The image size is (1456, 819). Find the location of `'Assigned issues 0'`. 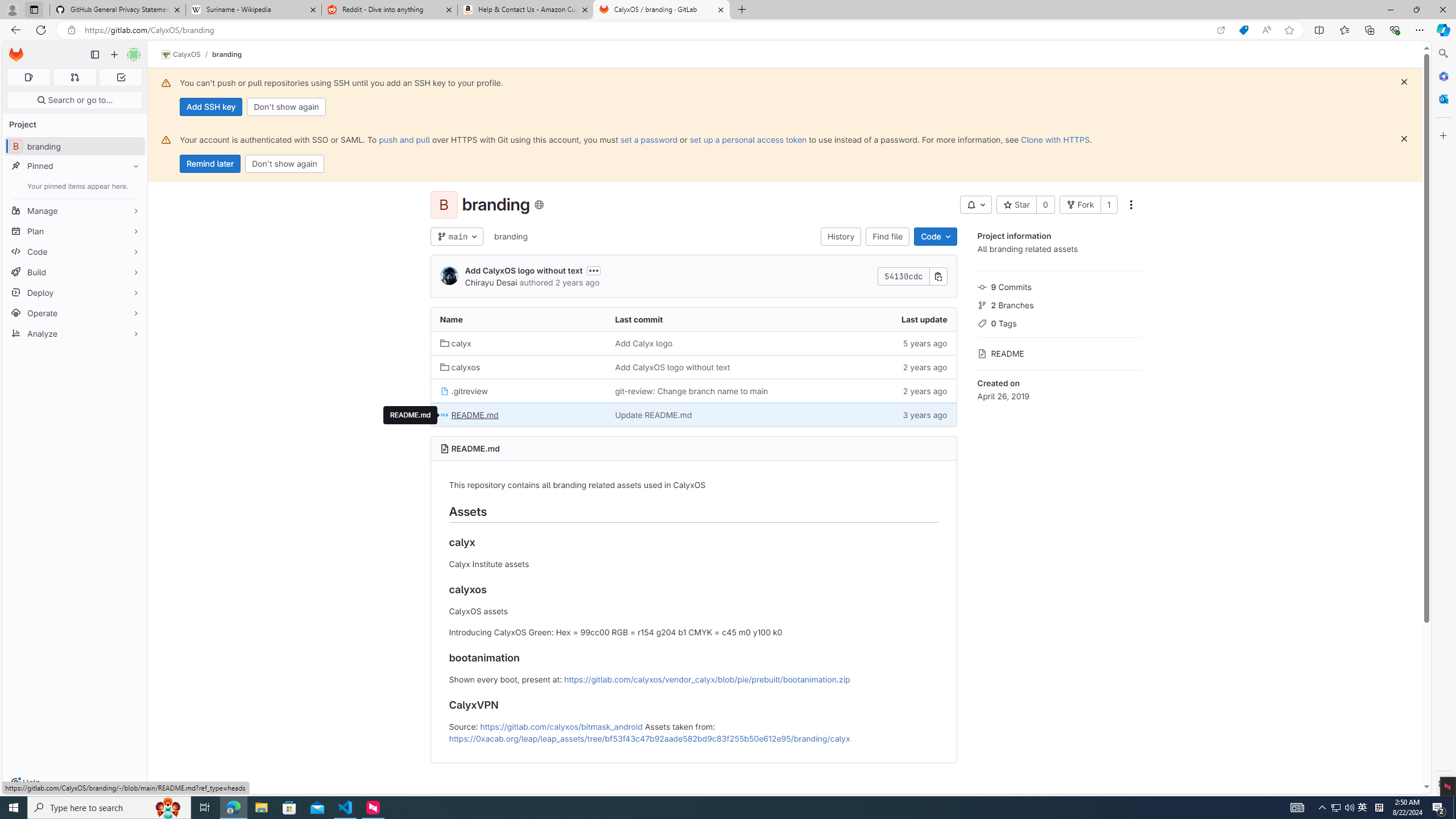

'Assigned issues 0' is located at coordinates (28, 77).